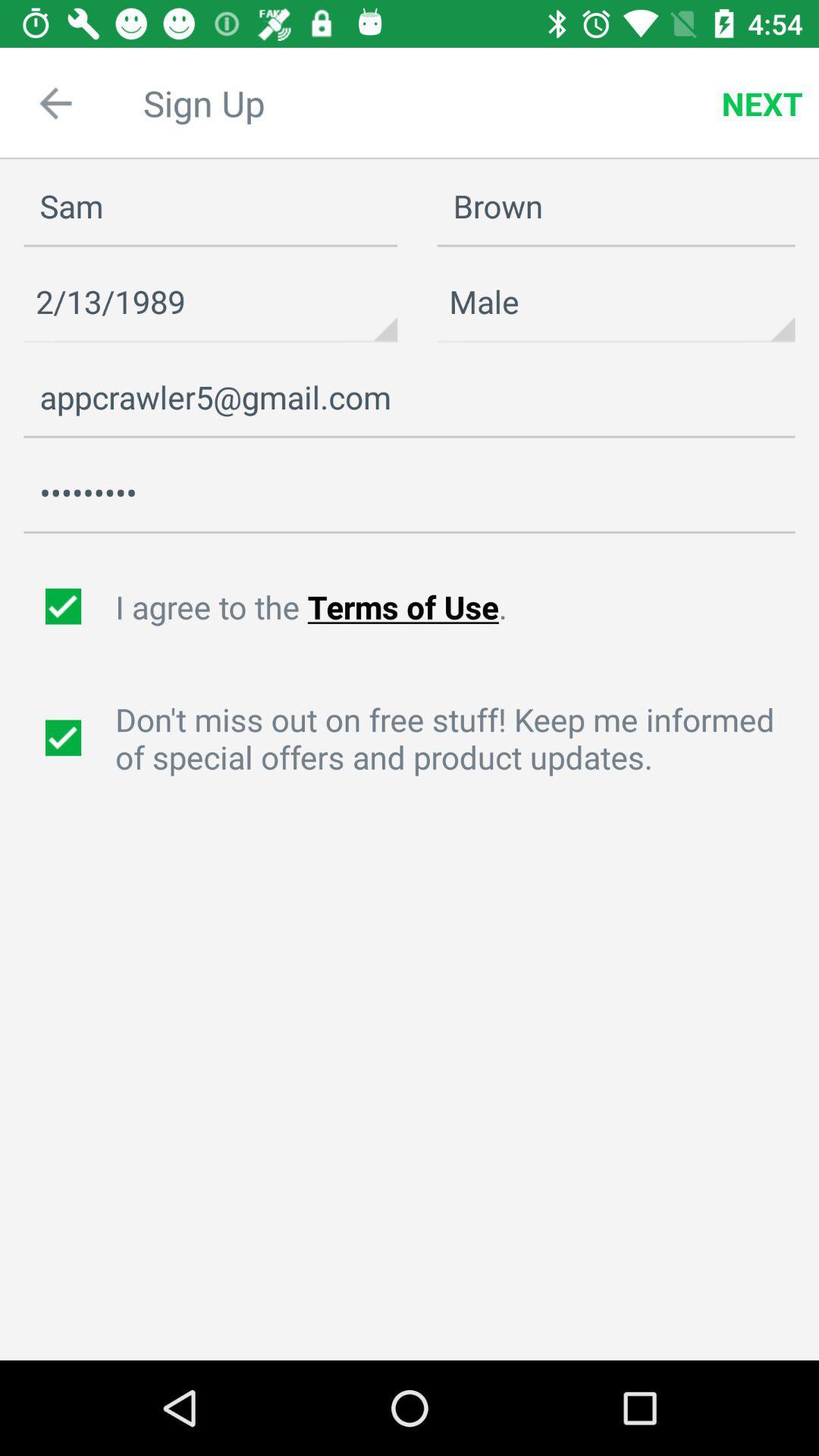  Describe the element at coordinates (616, 206) in the screenshot. I see `brown` at that location.